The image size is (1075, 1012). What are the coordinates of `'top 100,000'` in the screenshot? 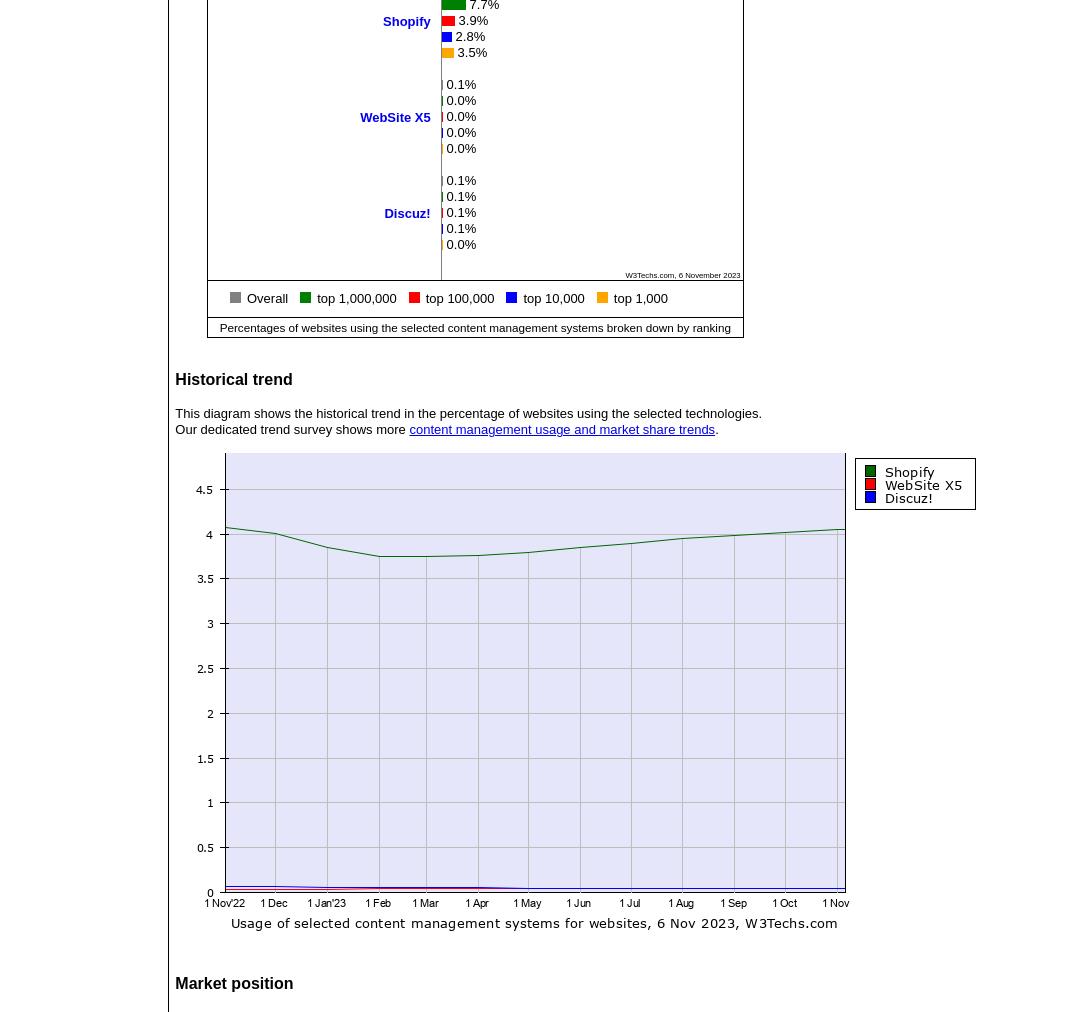 It's located at (423, 297).